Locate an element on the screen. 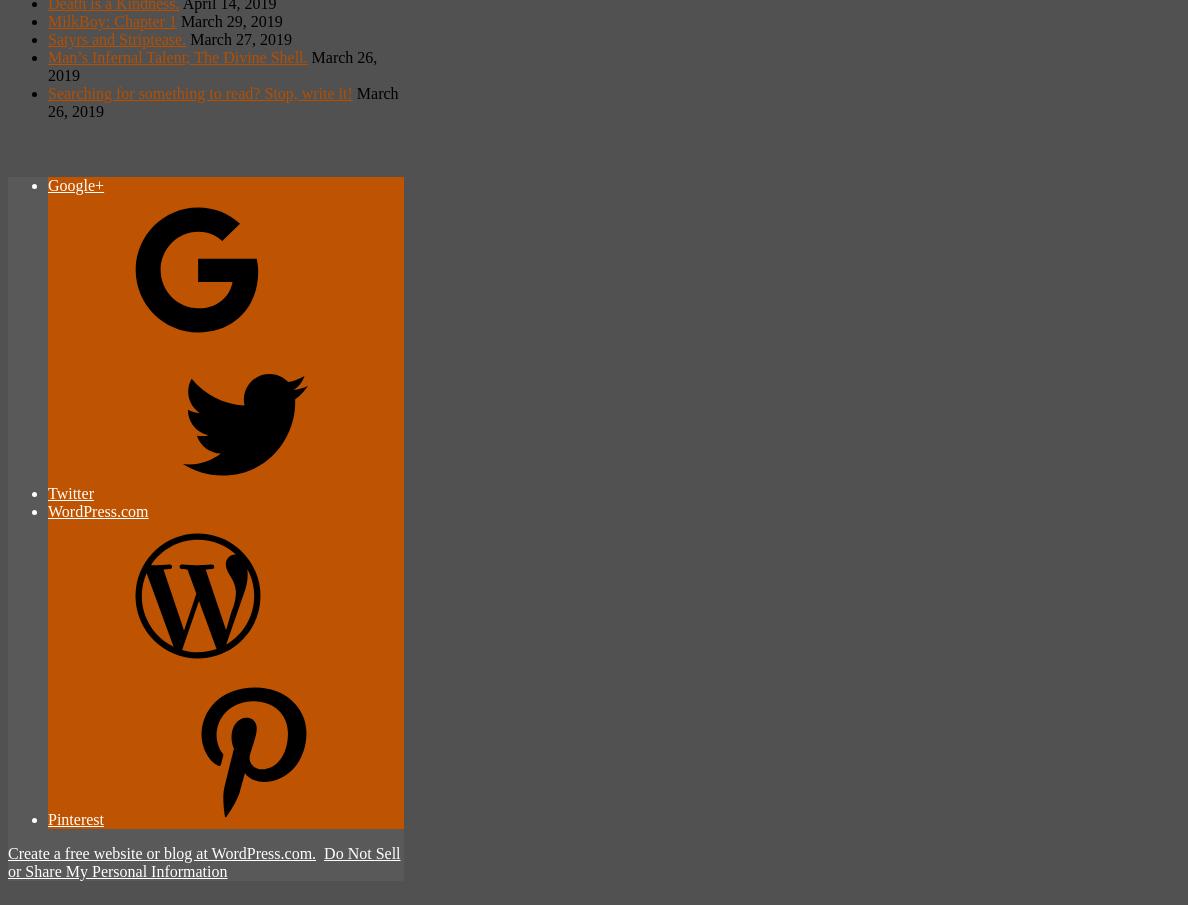  'Satyrs and Striptease.' is located at coordinates (116, 37).